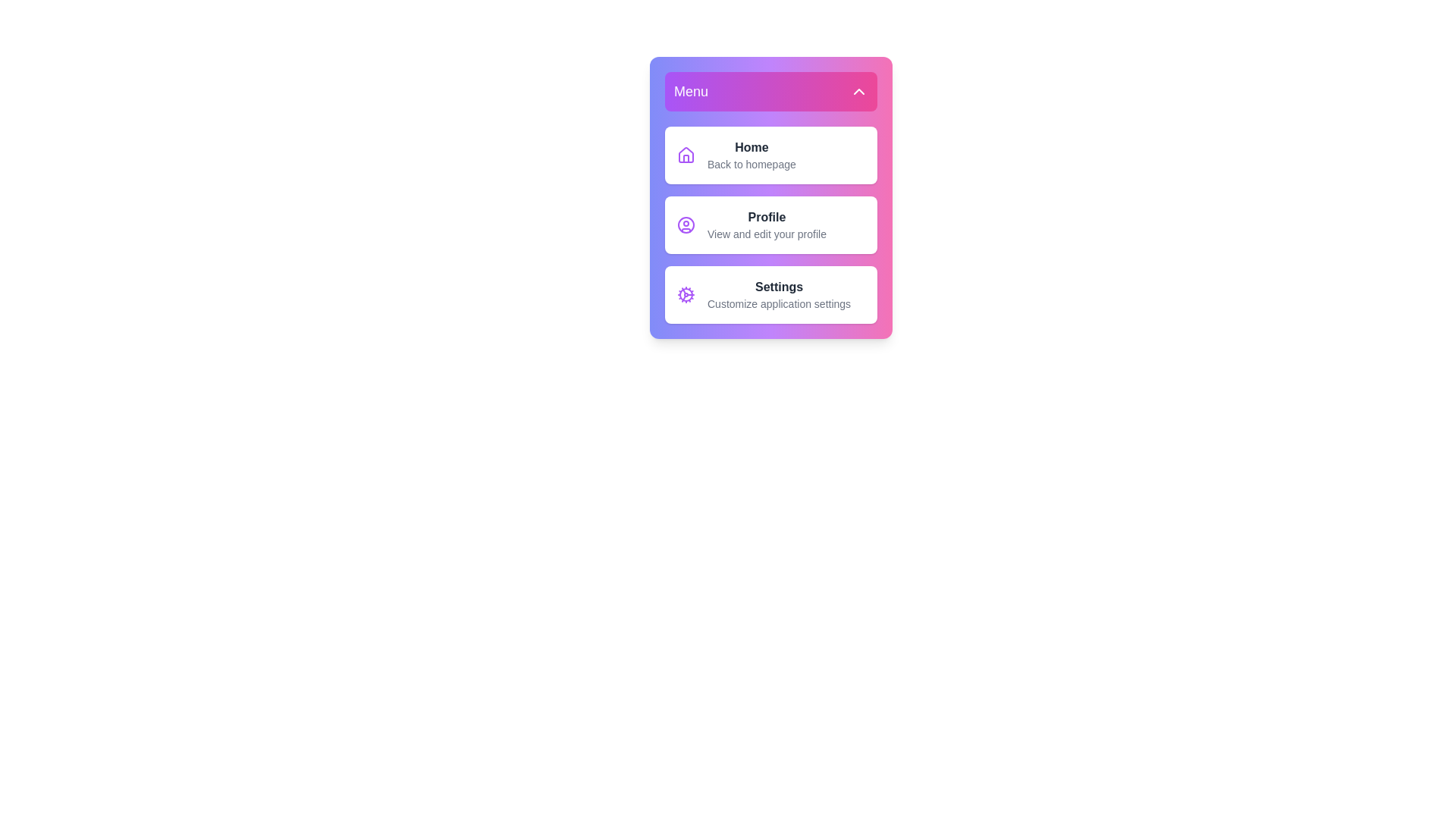  I want to click on the Home menu item to select it, so click(771, 155).